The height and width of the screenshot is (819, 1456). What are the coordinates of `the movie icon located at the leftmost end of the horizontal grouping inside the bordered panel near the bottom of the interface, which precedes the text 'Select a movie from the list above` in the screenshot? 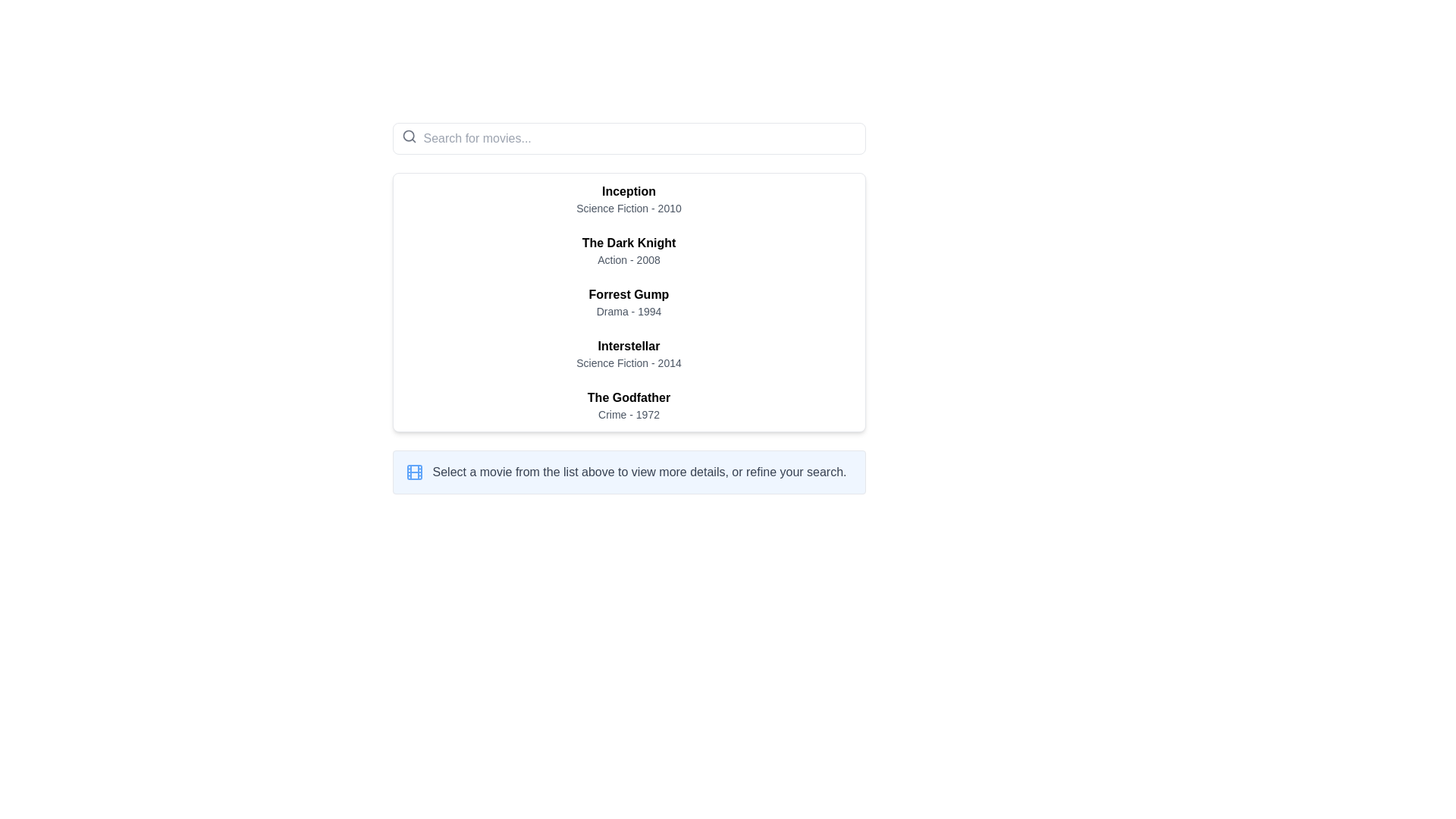 It's located at (414, 472).